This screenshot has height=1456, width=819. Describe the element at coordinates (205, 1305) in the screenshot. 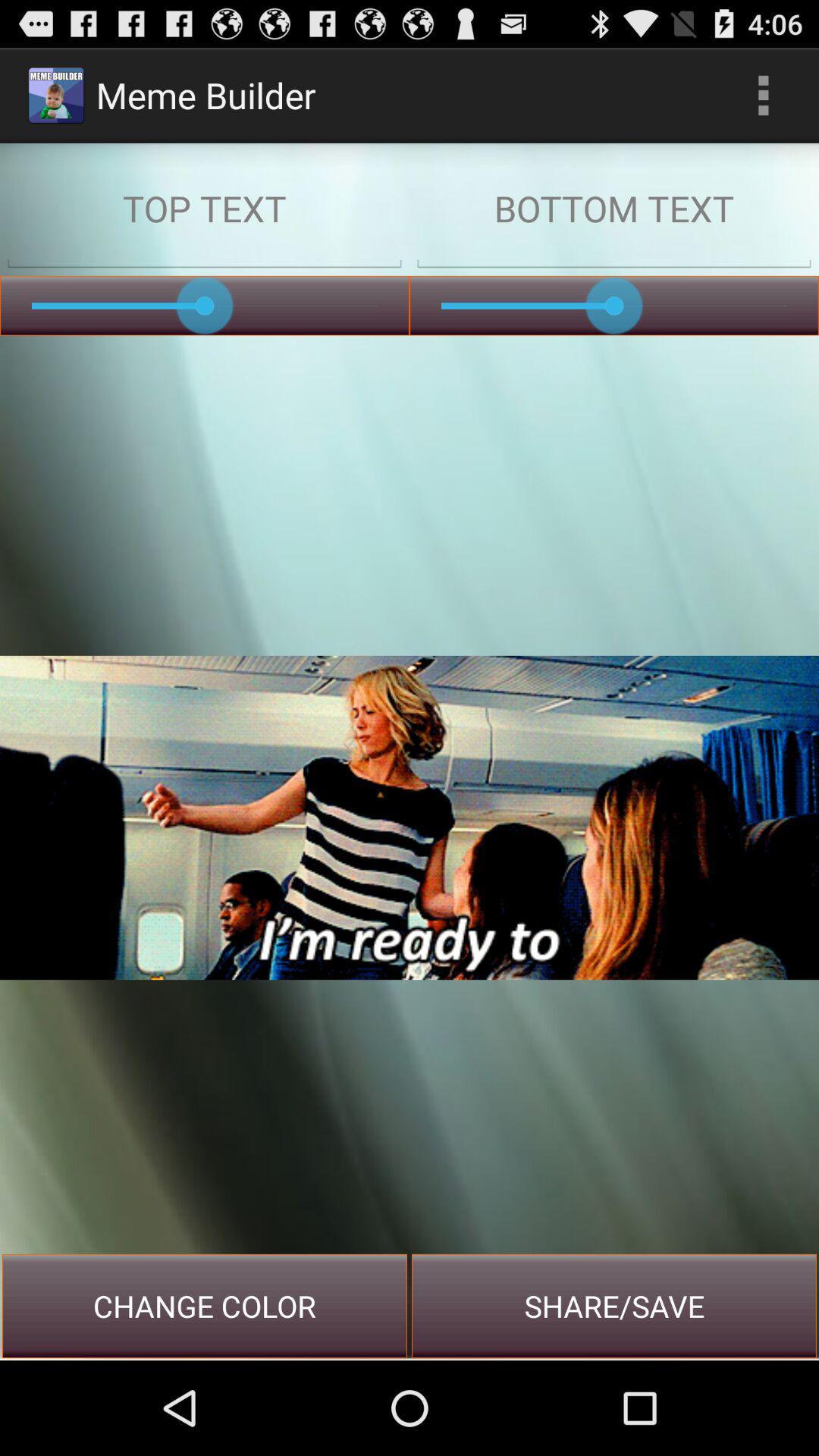

I see `the icon to the left of share/save item` at that location.